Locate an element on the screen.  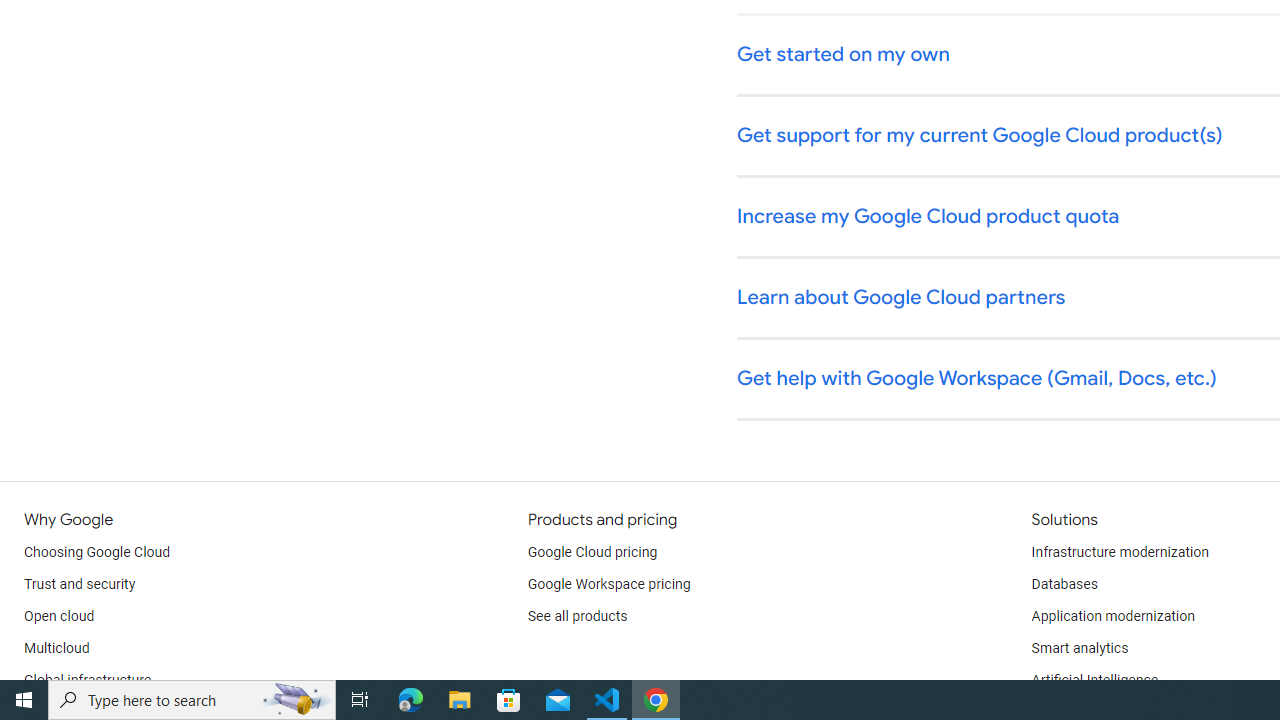
'Choosing Google Cloud' is located at coordinates (96, 552).